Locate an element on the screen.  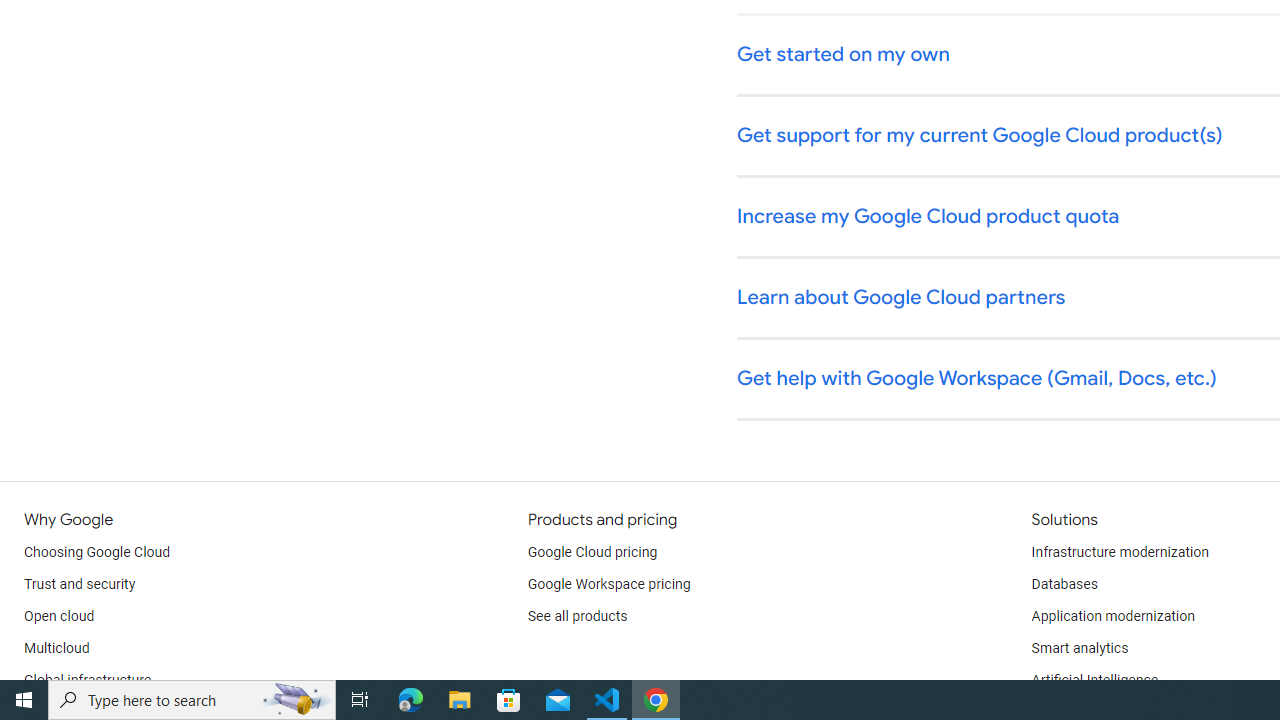
'Choosing Google Cloud' is located at coordinates (96, 552).